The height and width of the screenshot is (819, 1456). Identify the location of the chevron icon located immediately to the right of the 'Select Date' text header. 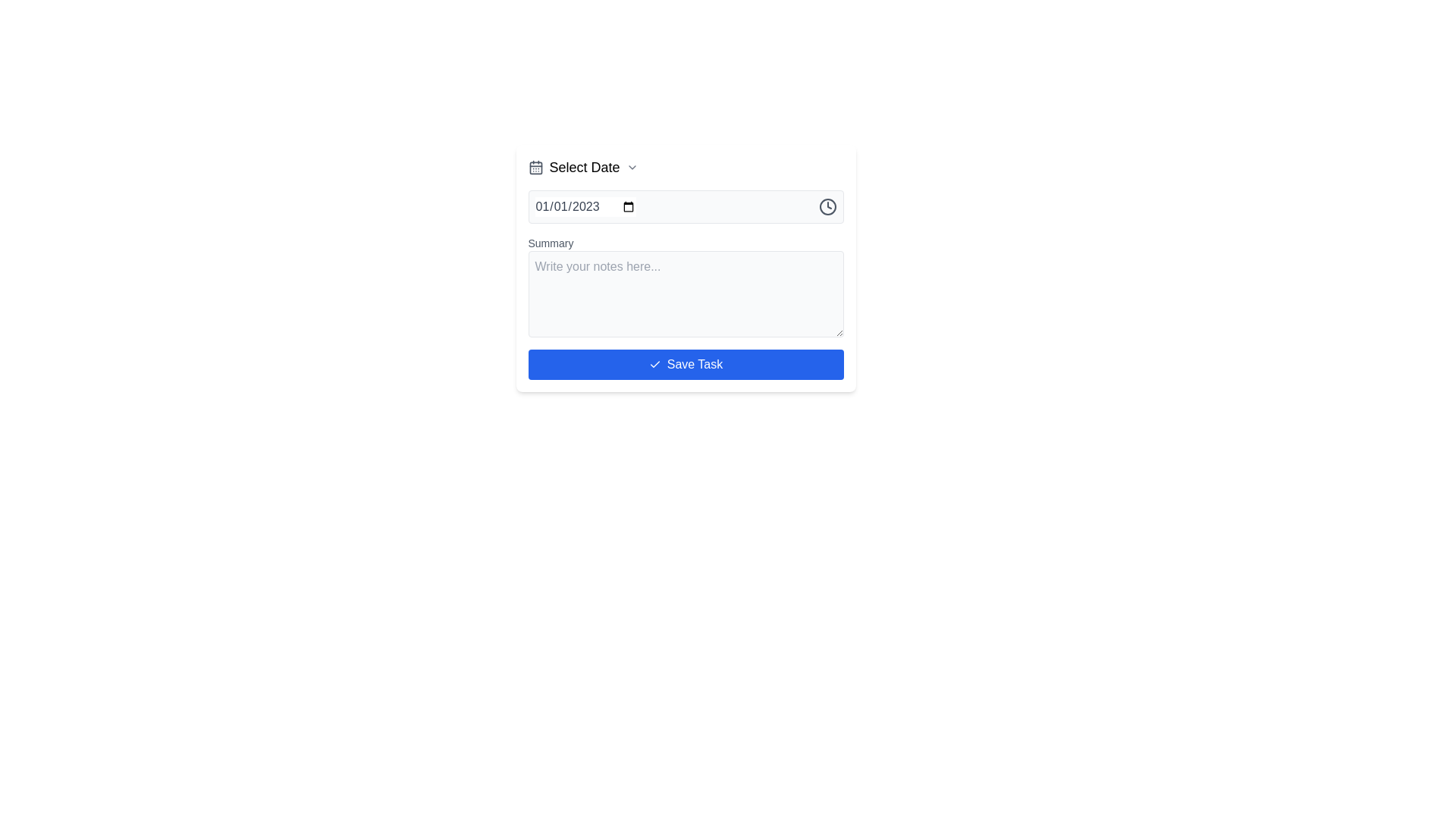
(632, 167).